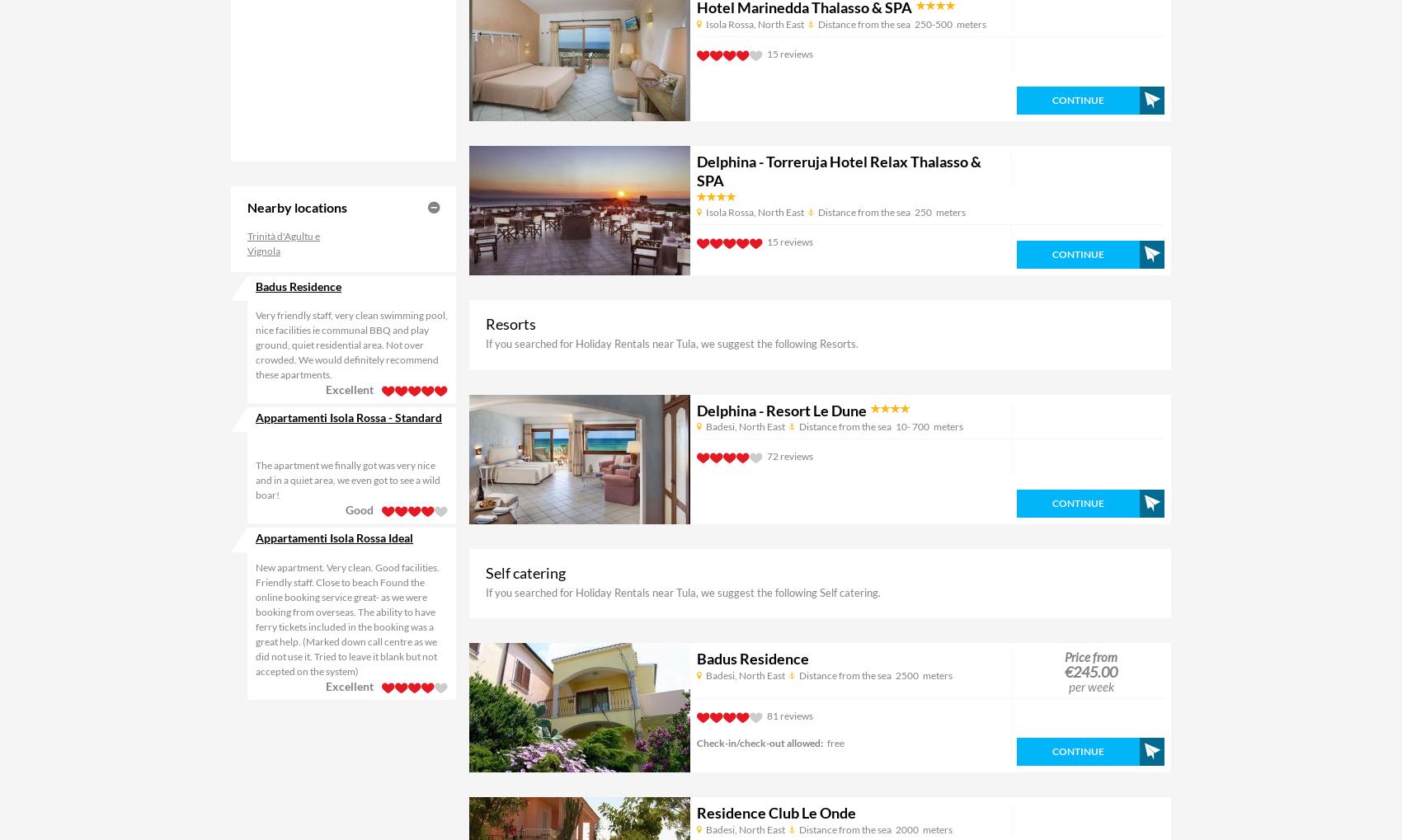  What do you see at coordinates (1064, 656) in the screenshot?
I see `'Price from'` at bounding box center [1064, 656].